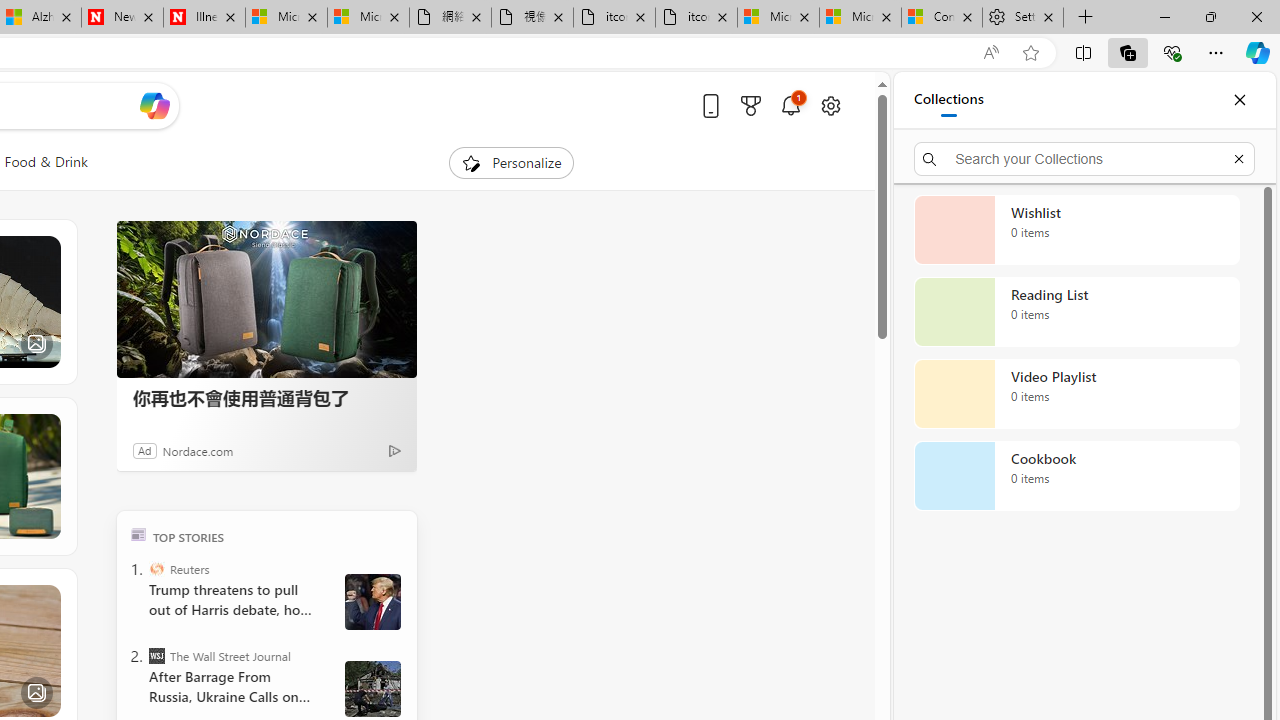 This screenshot has width=1280, height=720. I want to click on 'itconcepthk.com/projector_solutions.mp4', so click(696, 17).